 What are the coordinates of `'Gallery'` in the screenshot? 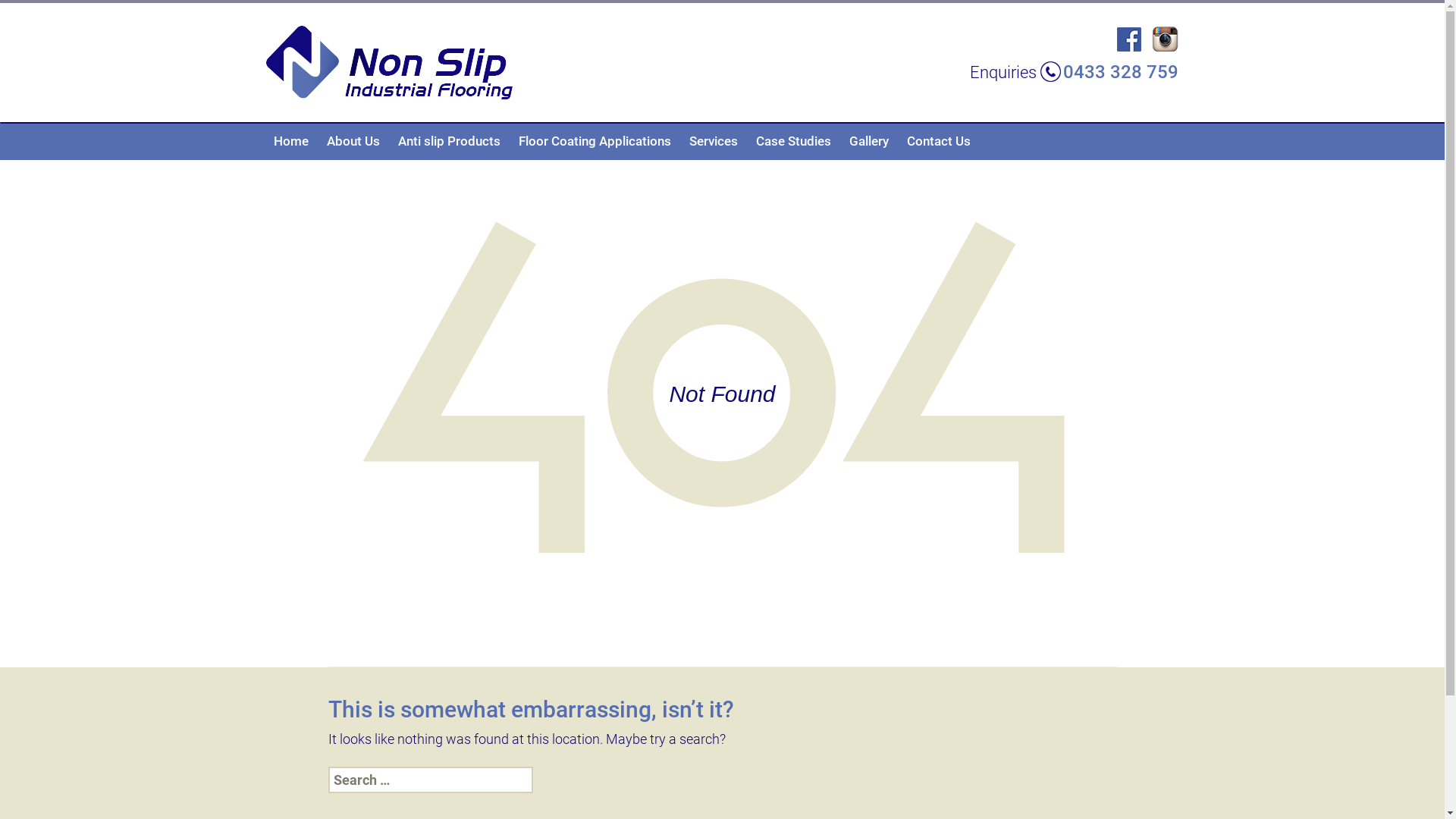 It's located at (840, 141).